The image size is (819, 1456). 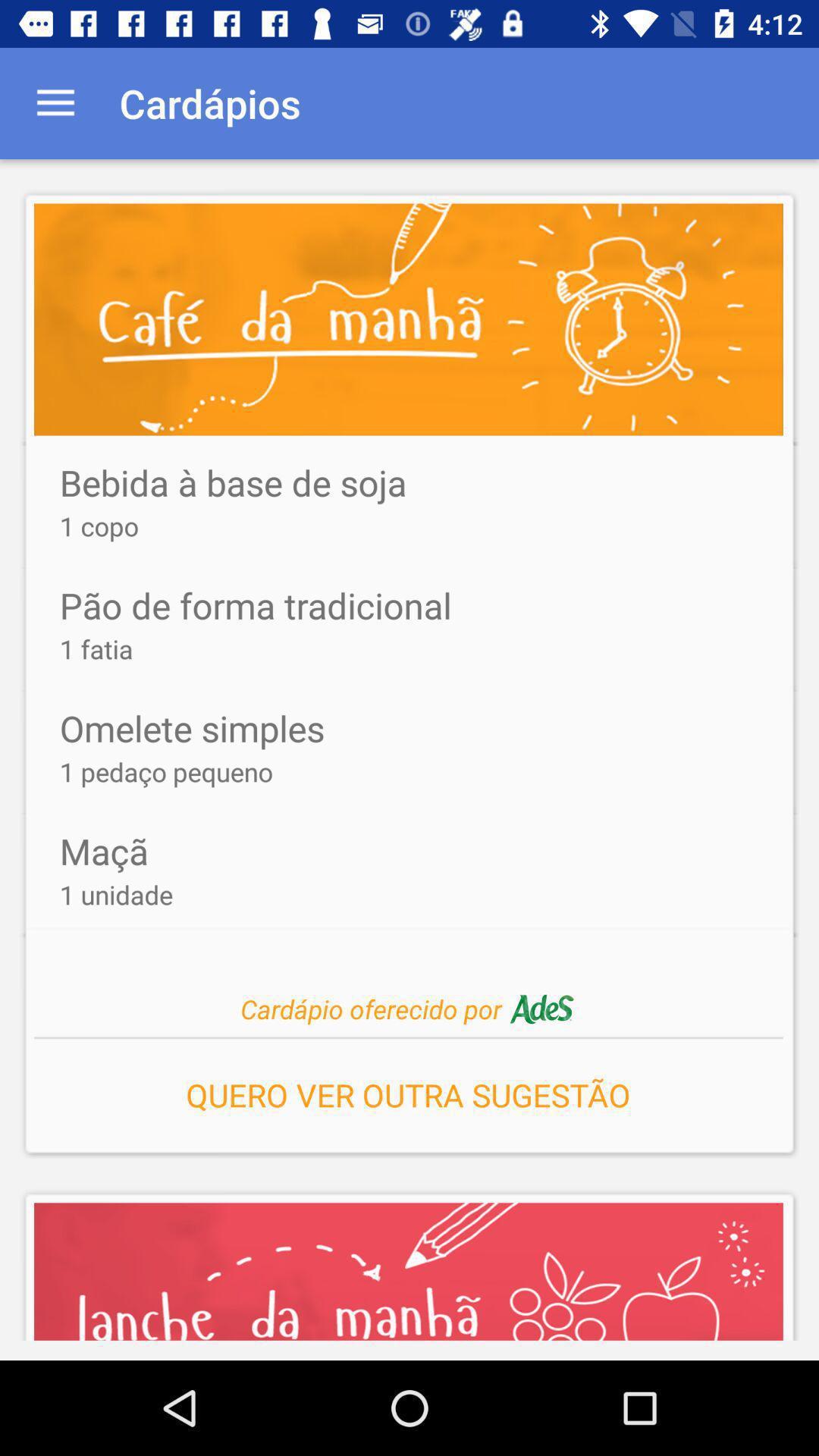 I want to click on the image, so click(x=408, y=319).